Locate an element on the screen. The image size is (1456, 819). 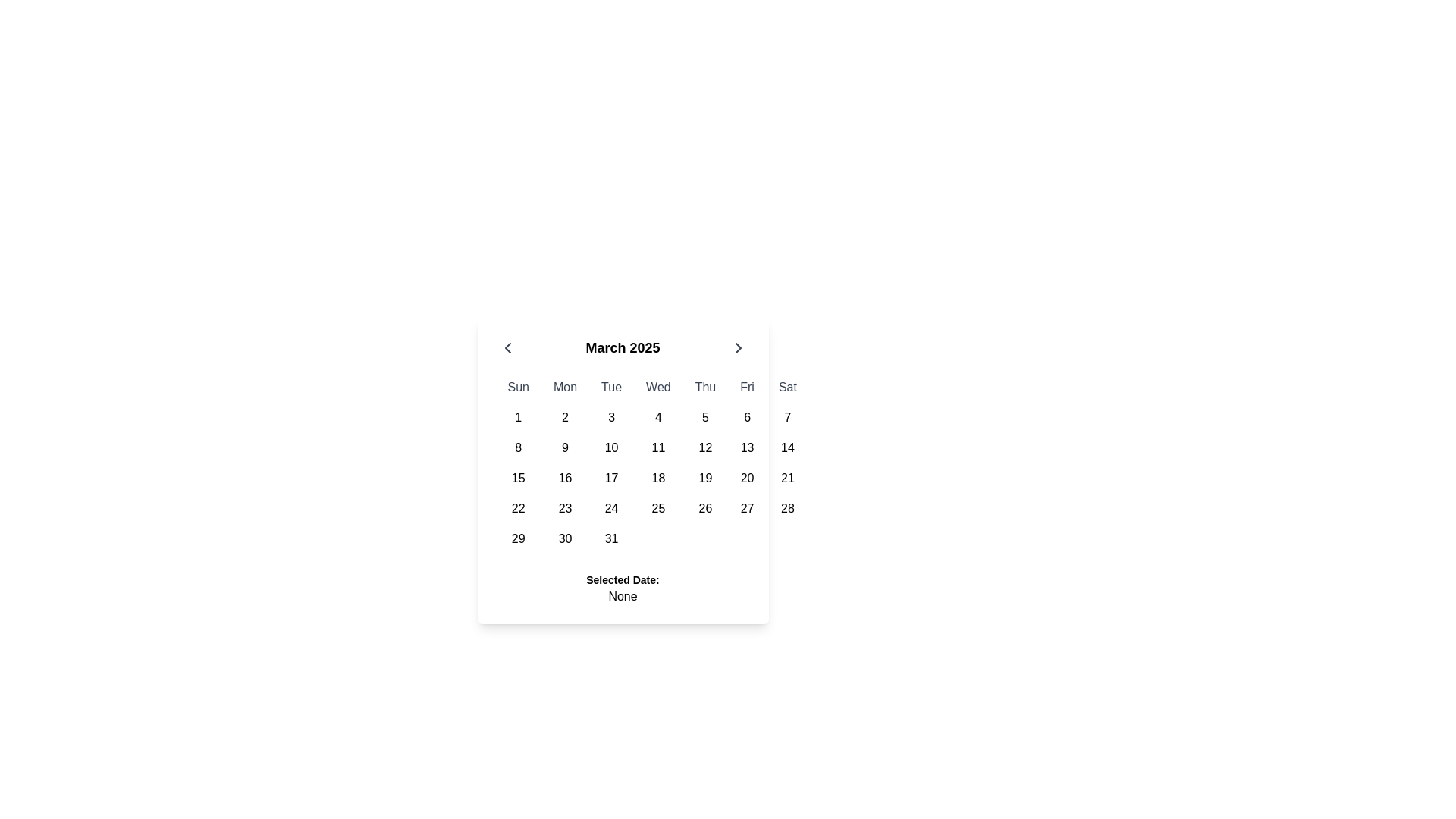
the selectable date button '25' in the calendar under the header 'March 2025' is located at coordinates (658, 509).